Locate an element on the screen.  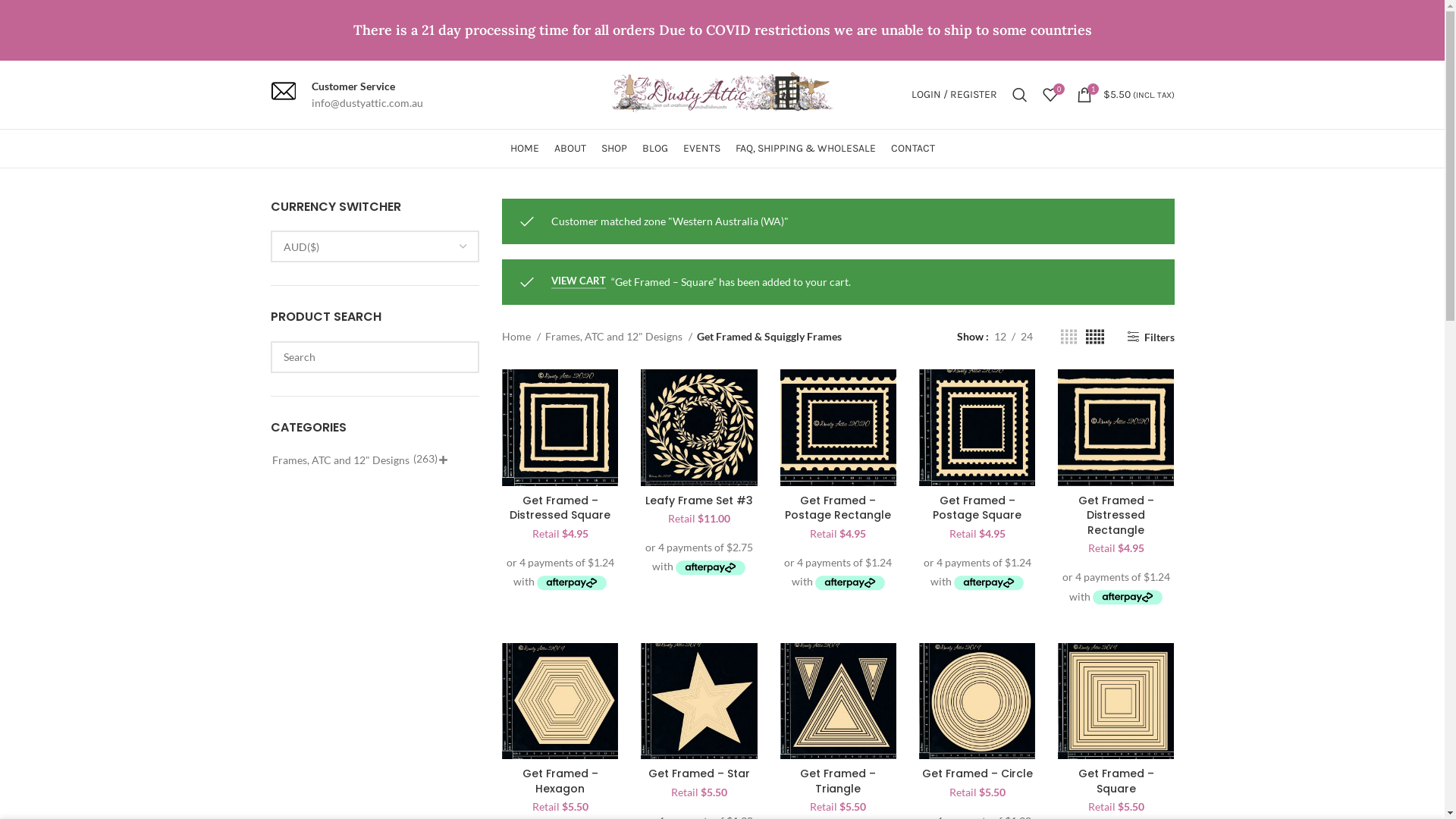
'Search' is located at coordinates (1019, 94).